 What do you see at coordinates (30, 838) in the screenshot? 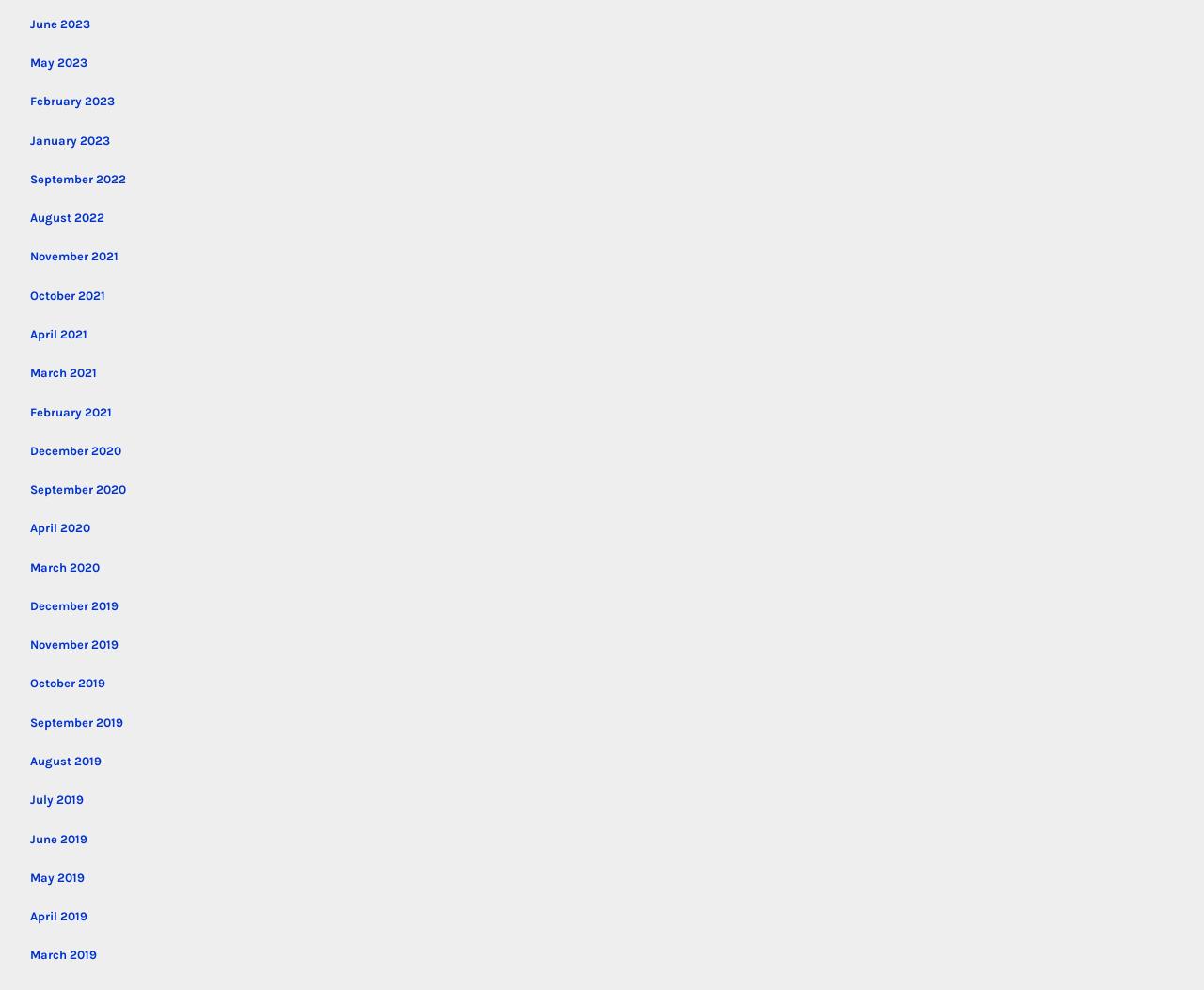
I see `'June 2019'` at bounding box center [30, 838].